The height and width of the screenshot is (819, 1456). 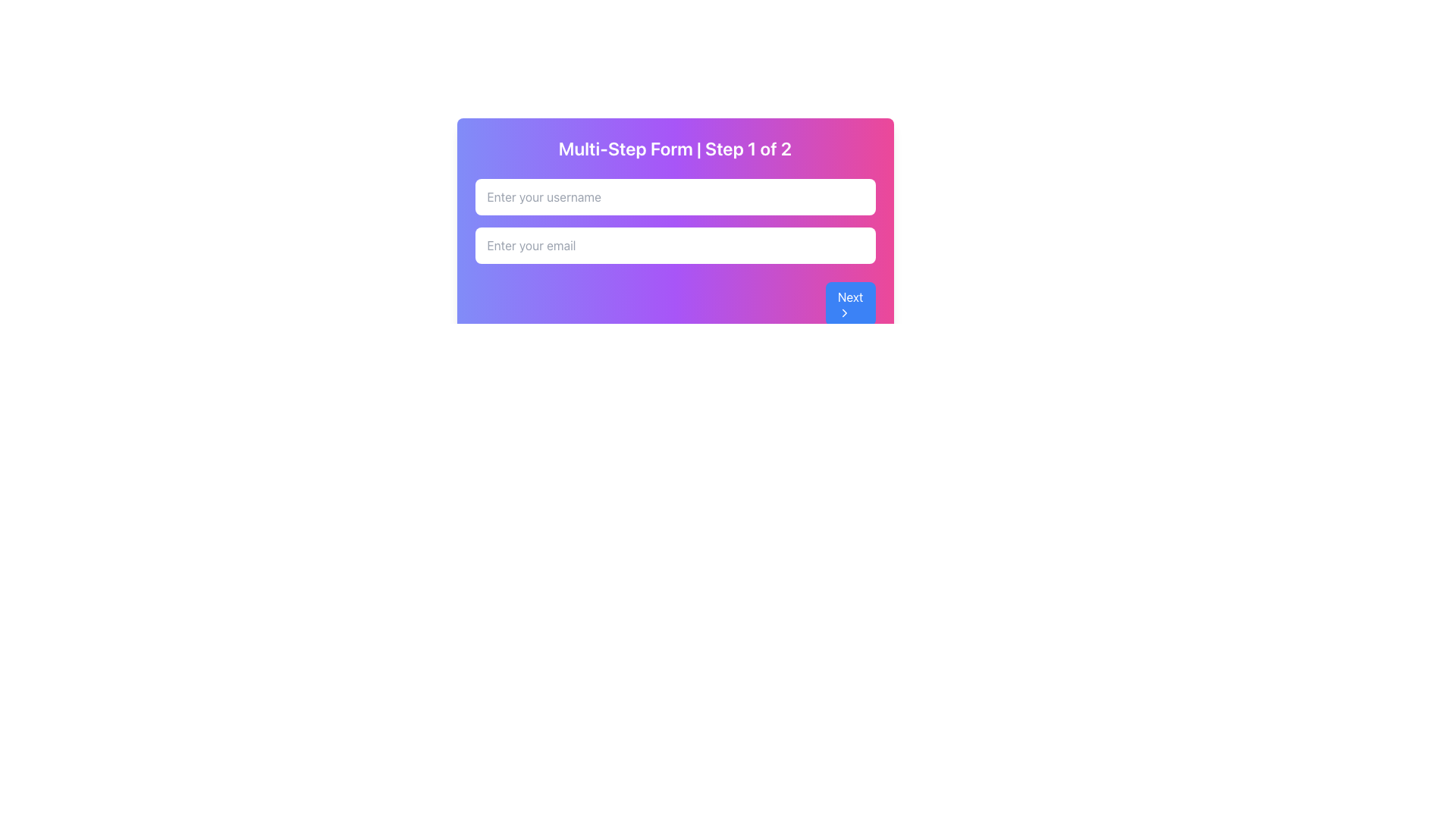 I want to click on the 'Next' button, which is a rounded rectangular button with a blue background and white text, located at the bottom right corner of the multi-step form UI, to observe the hover effect, so click(x=850, y=304).